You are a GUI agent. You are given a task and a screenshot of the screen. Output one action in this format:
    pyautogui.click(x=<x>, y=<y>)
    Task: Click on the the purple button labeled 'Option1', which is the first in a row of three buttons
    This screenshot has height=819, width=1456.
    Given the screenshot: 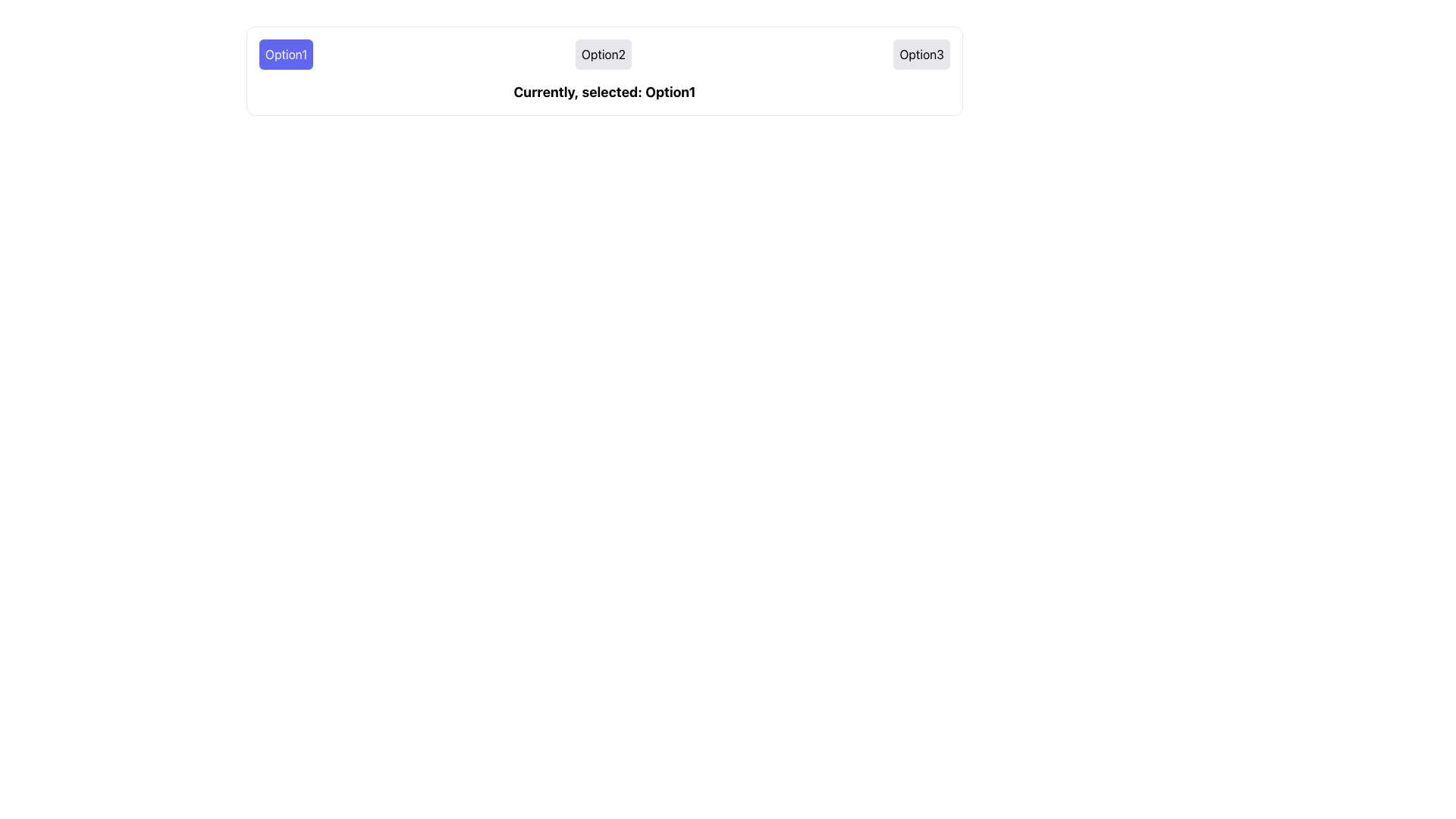 What is the action you would take?
    pyautogui.click(x=286, y=54)
    